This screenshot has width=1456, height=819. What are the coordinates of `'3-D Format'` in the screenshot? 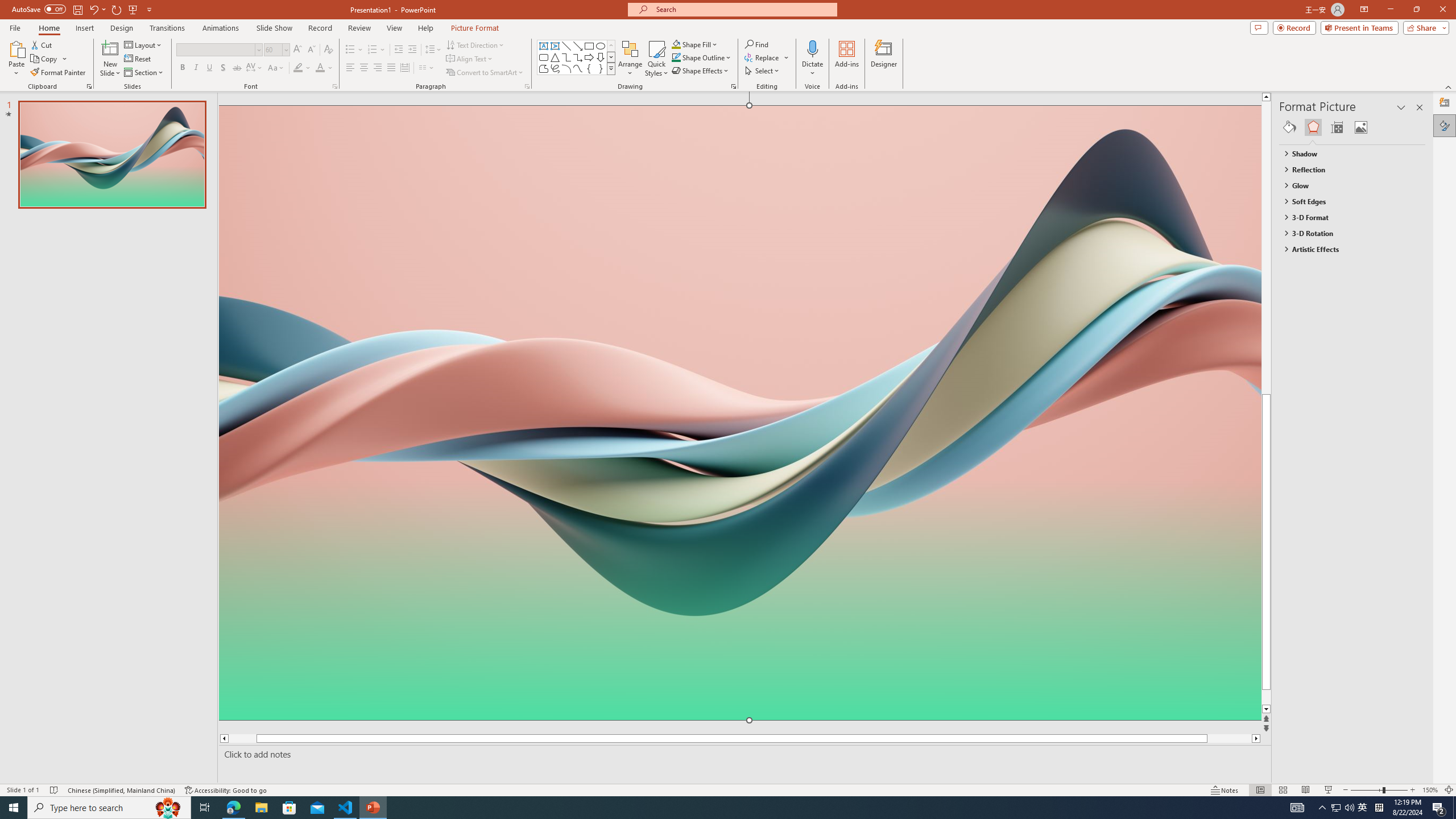 It's located at (1347, 217).